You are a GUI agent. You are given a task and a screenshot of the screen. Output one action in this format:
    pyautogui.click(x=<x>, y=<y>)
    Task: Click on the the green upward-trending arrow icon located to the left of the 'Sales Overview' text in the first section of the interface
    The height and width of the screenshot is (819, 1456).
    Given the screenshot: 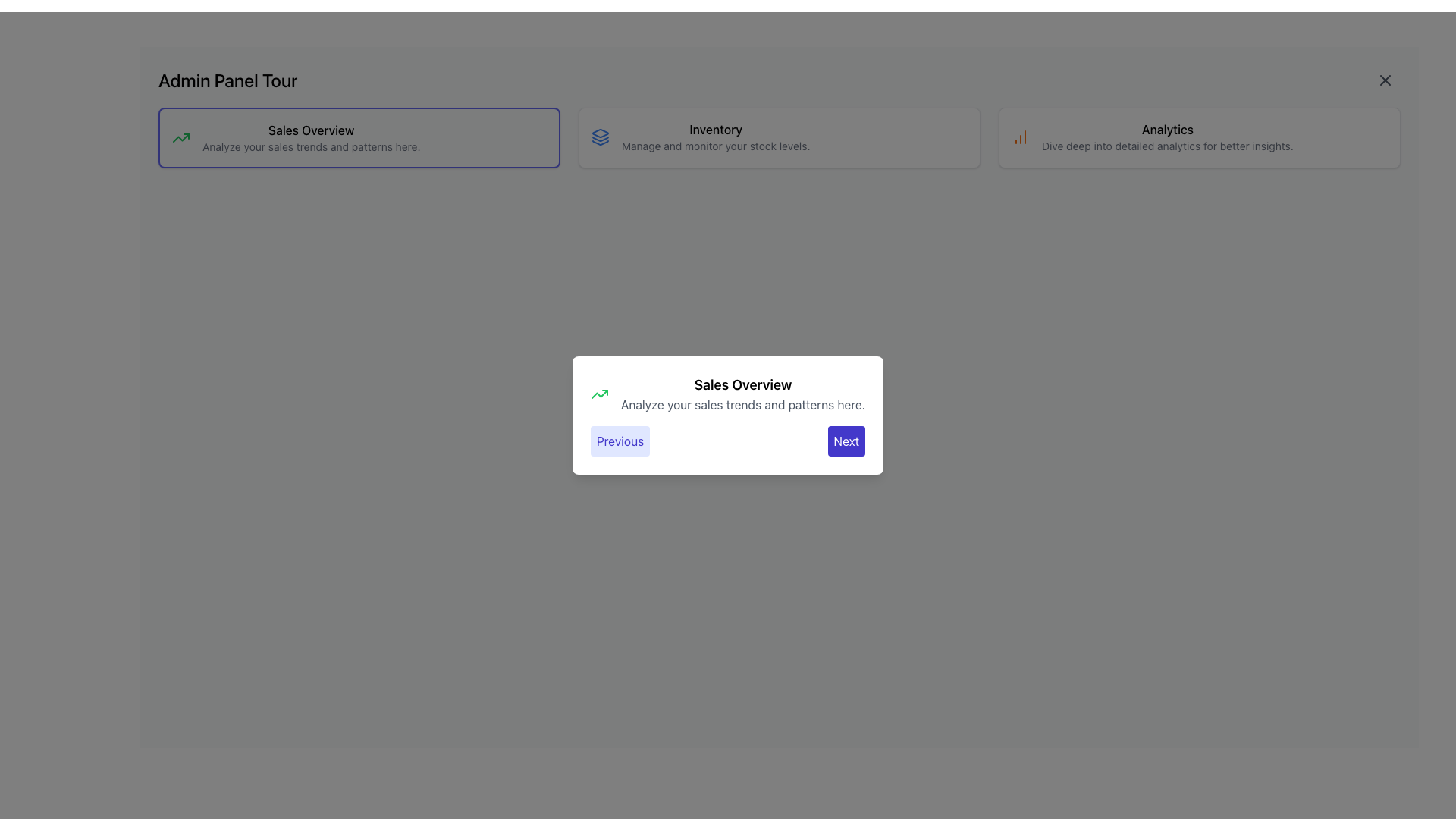 What is the action you would take?
    pyautogui.click(x=181, y=137)
    